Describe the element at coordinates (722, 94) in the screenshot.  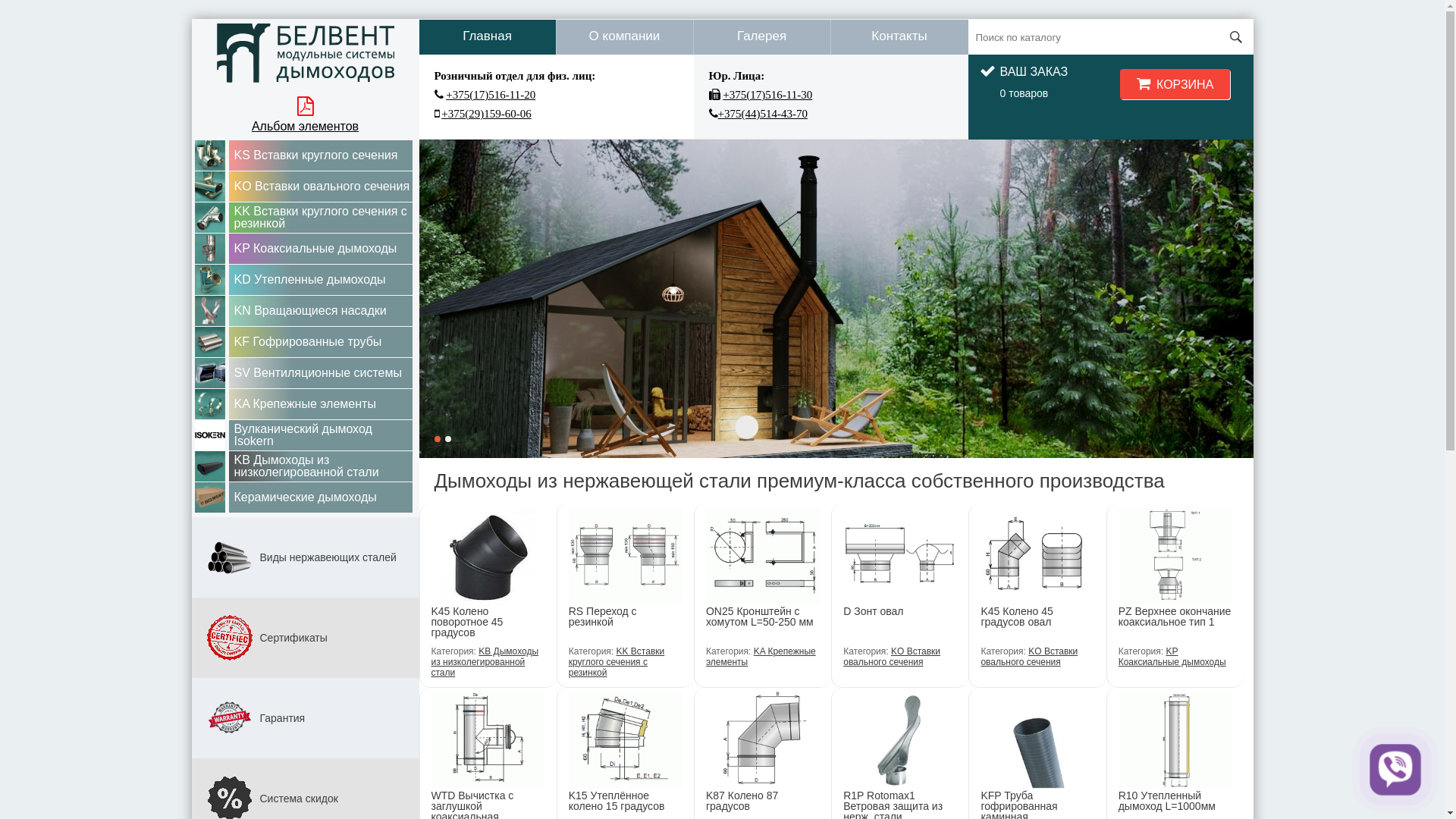
I see `'+375(17)516-11-30'` at that location.